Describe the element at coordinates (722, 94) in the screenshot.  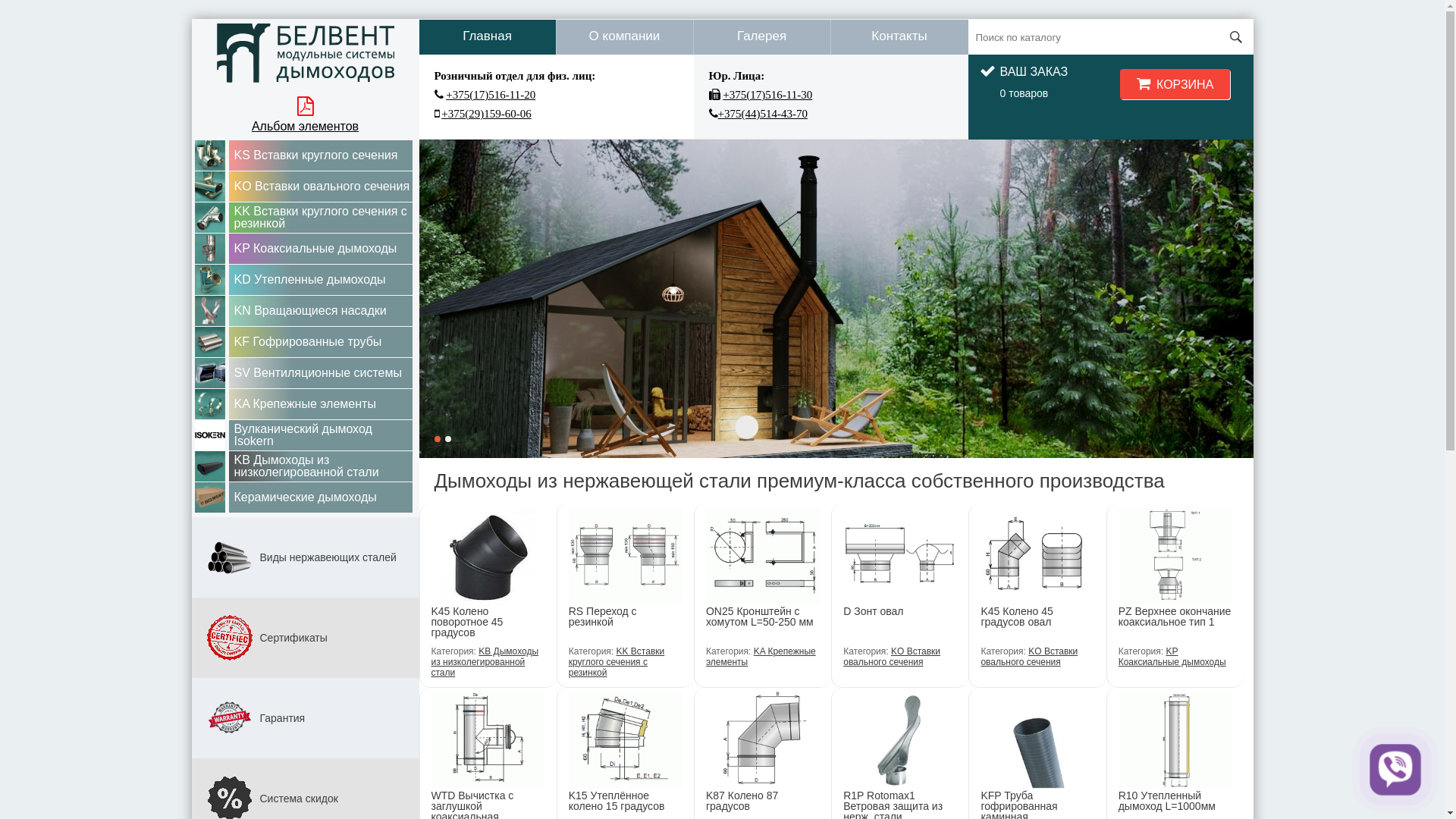
I see `'+375(17)516-11-30'` at that location.